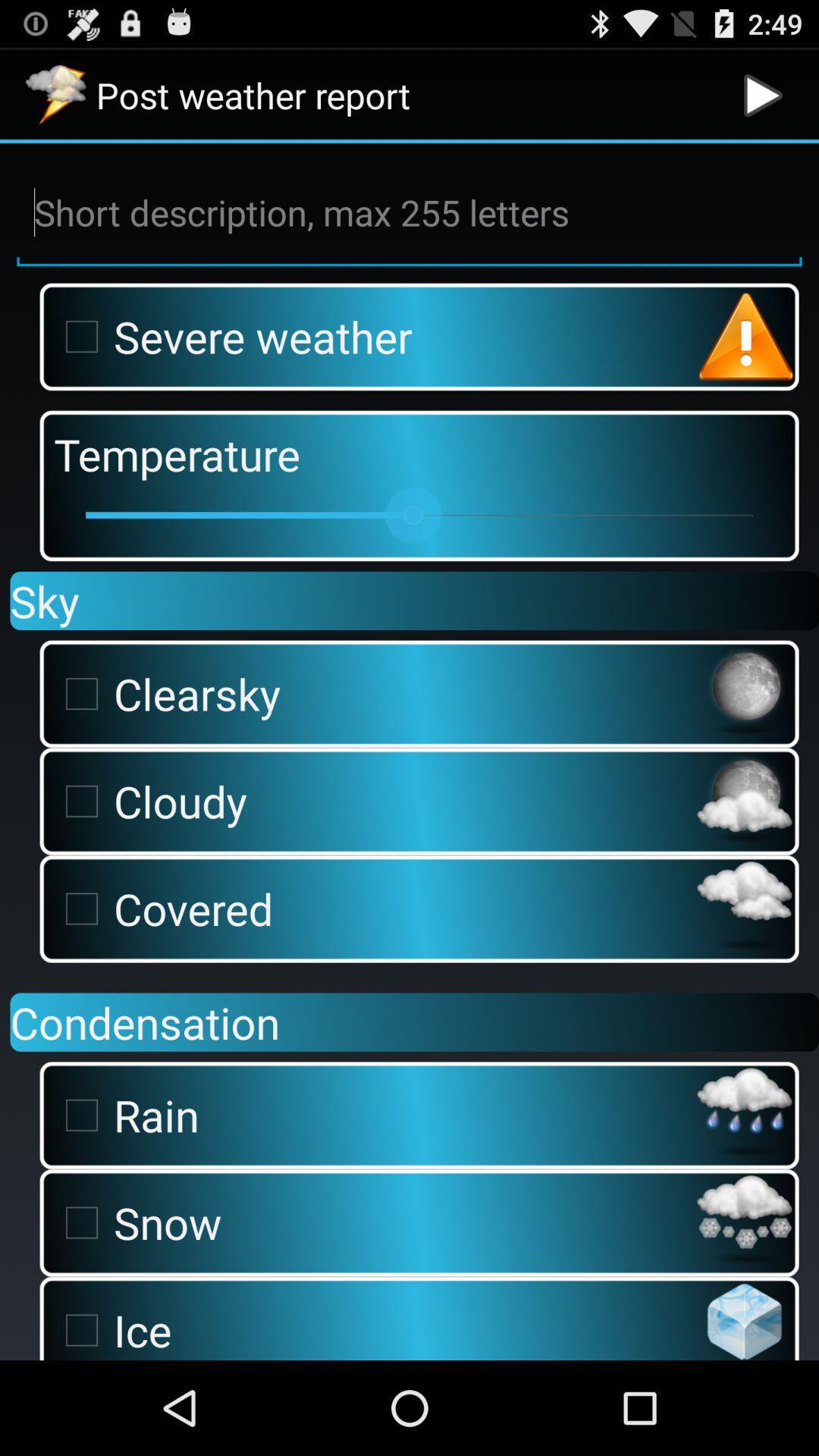 Image resolution: width=819 pixels, height=1456 pixels. What do you see at coordinates (763, 94) in the screenshot?
I see `start the weather report` at bounding box center [763, 94].